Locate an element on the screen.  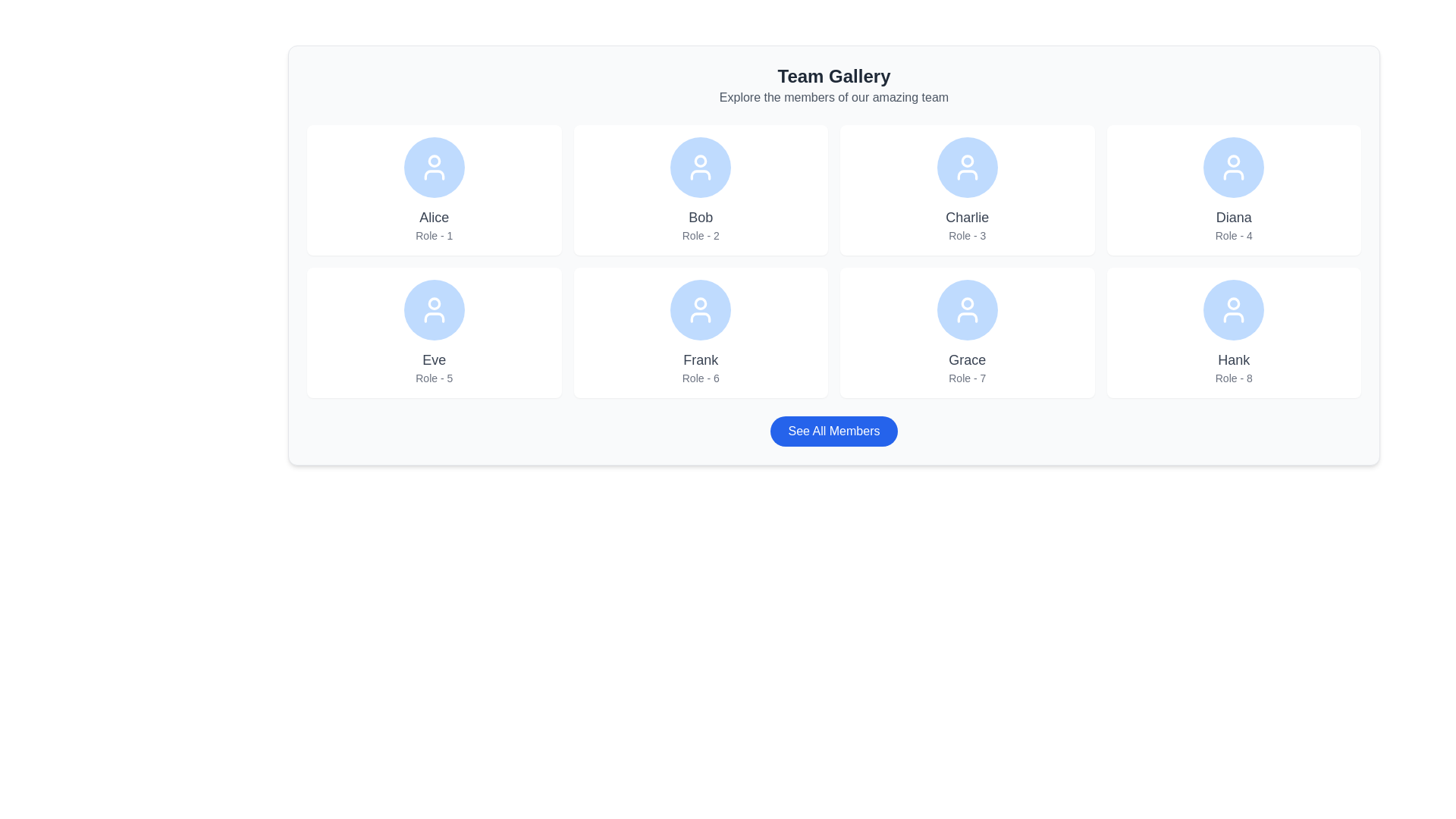
the white user icon with a rounded appearance, located in the top row of the grid layout is located at coordinates (700, 167).